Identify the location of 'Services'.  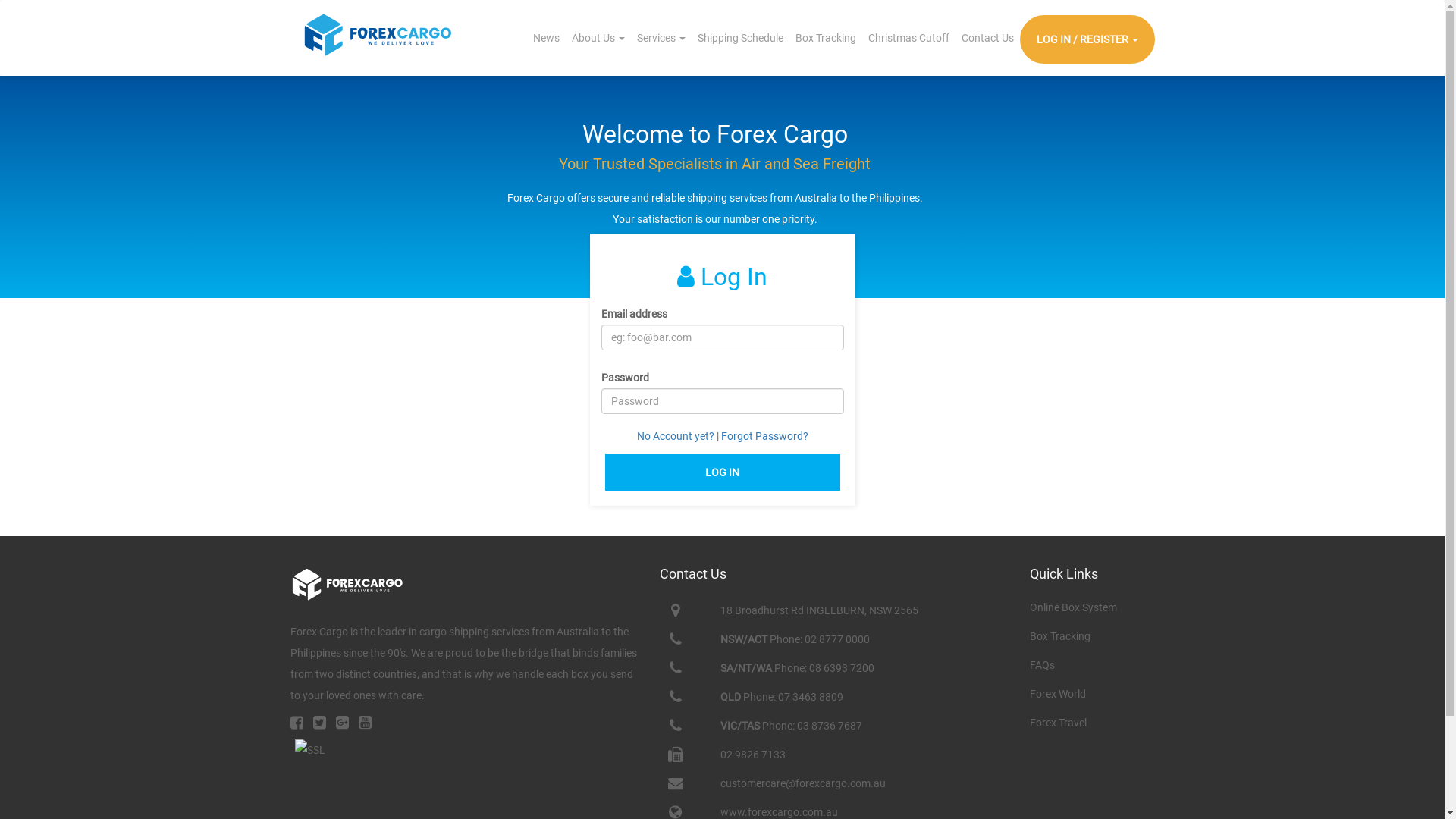
(661, 37).